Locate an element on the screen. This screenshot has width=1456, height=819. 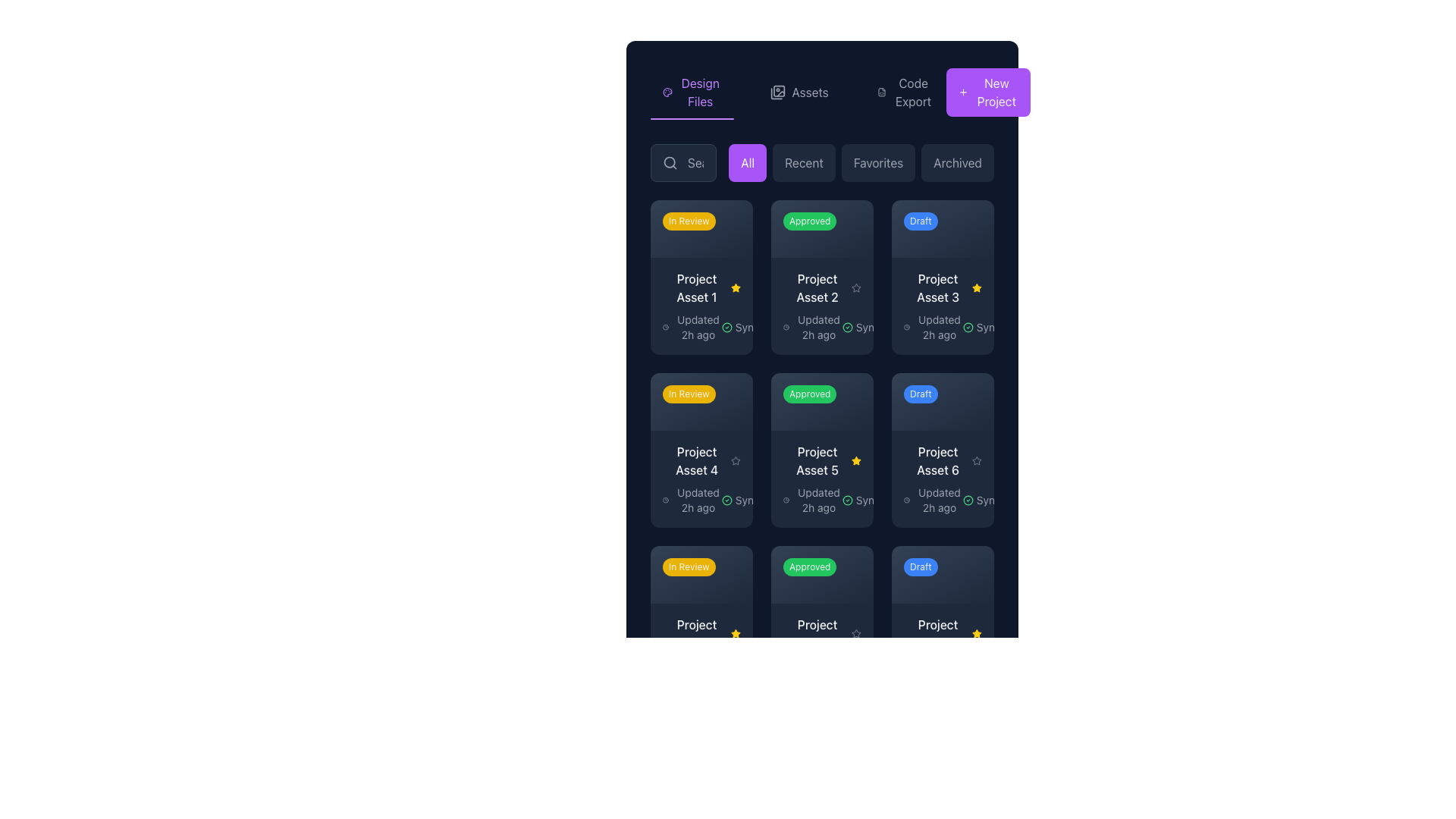
the 'Draft' status indicator located in the lower half of the grid layout, specifically the seventh item in the display of 'Project Asset 9' is located at coordinates (942, 574).